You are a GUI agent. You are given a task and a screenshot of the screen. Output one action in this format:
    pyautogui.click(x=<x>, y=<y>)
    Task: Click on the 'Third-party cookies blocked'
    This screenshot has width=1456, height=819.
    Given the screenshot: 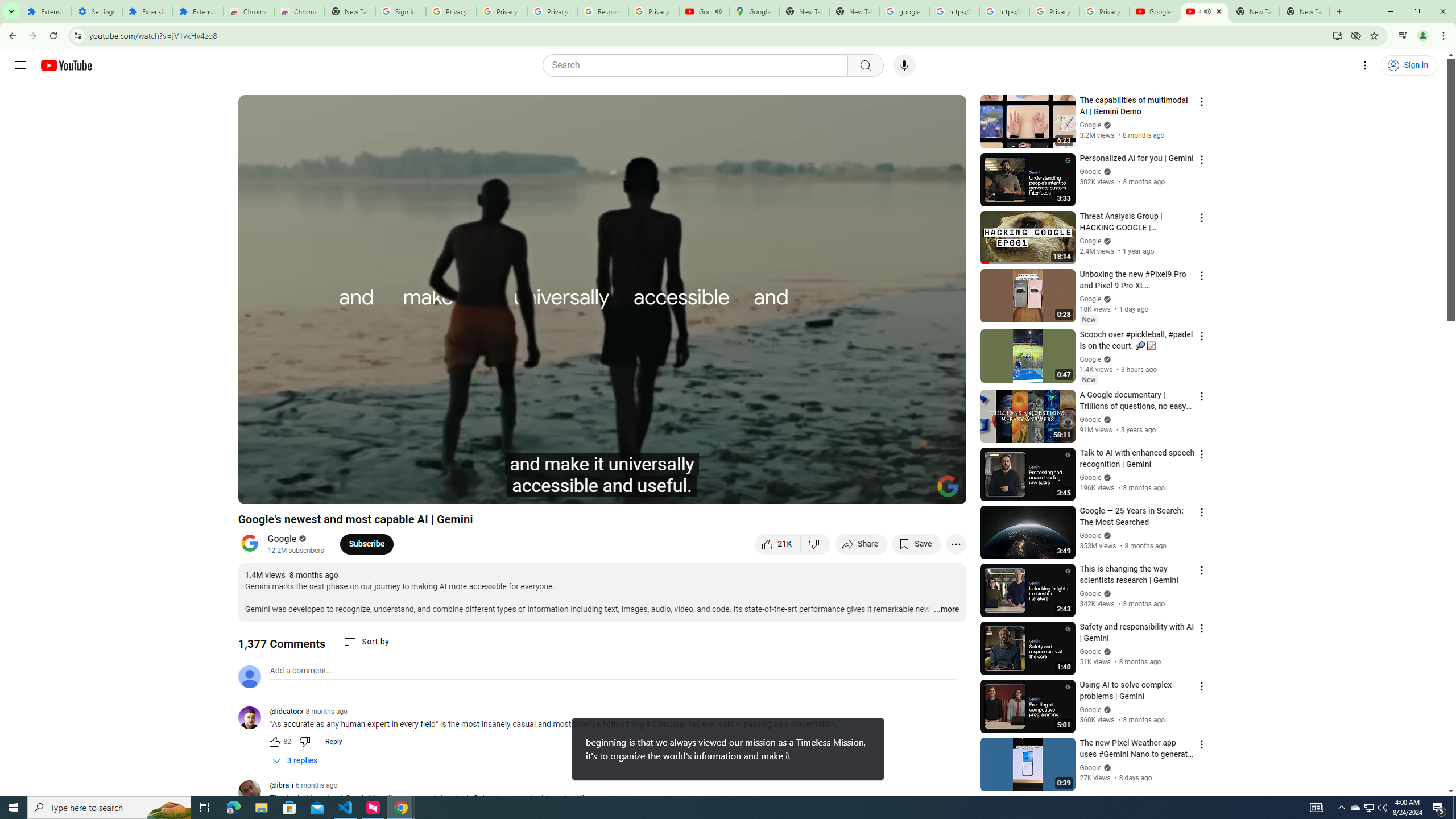 What is the action you would take?
    pyautogui.click(x=1356, y=35)
    